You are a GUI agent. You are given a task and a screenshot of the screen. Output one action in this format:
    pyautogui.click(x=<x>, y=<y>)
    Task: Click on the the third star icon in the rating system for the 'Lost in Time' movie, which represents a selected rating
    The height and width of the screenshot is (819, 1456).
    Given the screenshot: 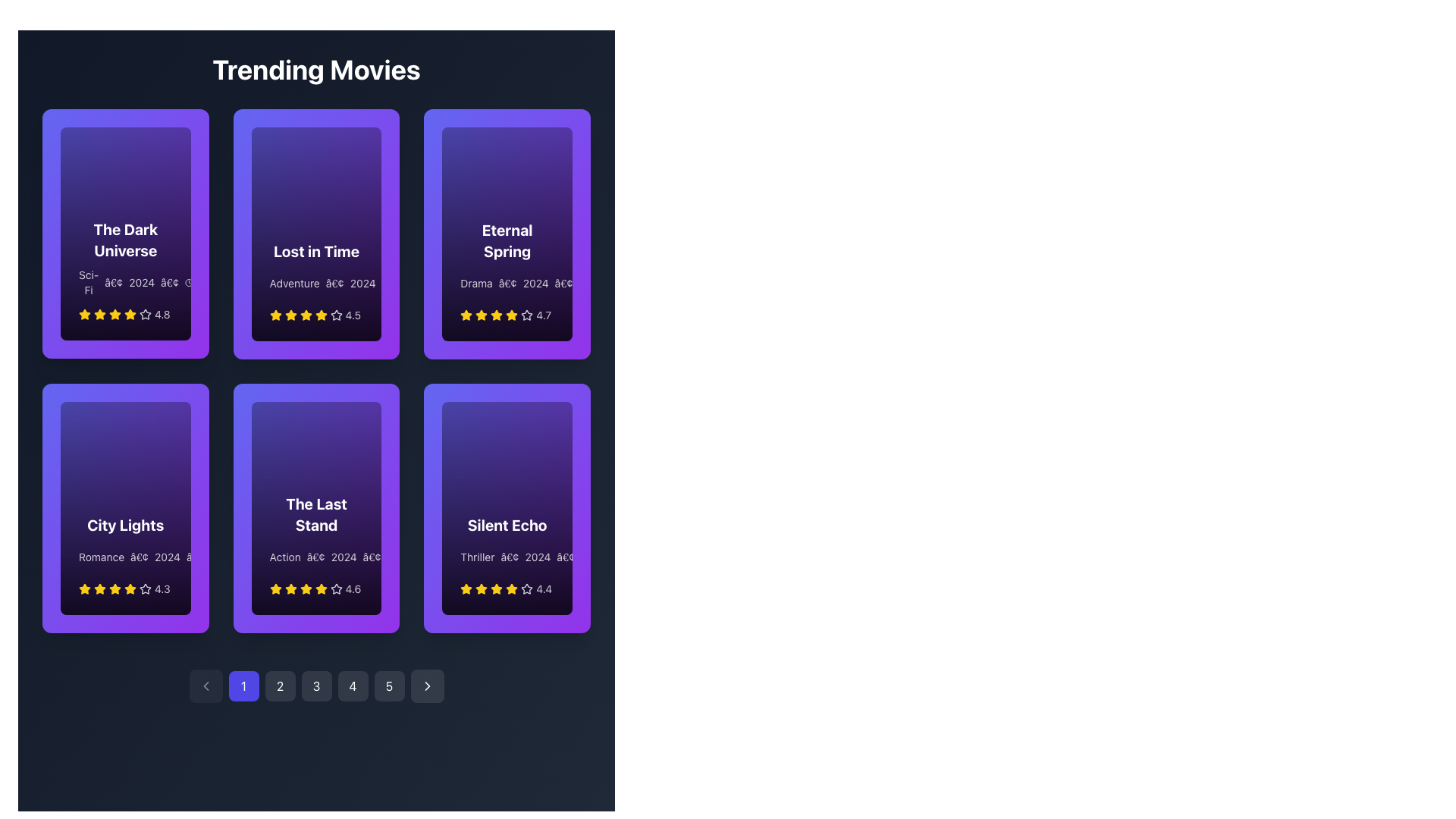 What is the action you would take?
    pyautogui.click(x=335, y=314)
    